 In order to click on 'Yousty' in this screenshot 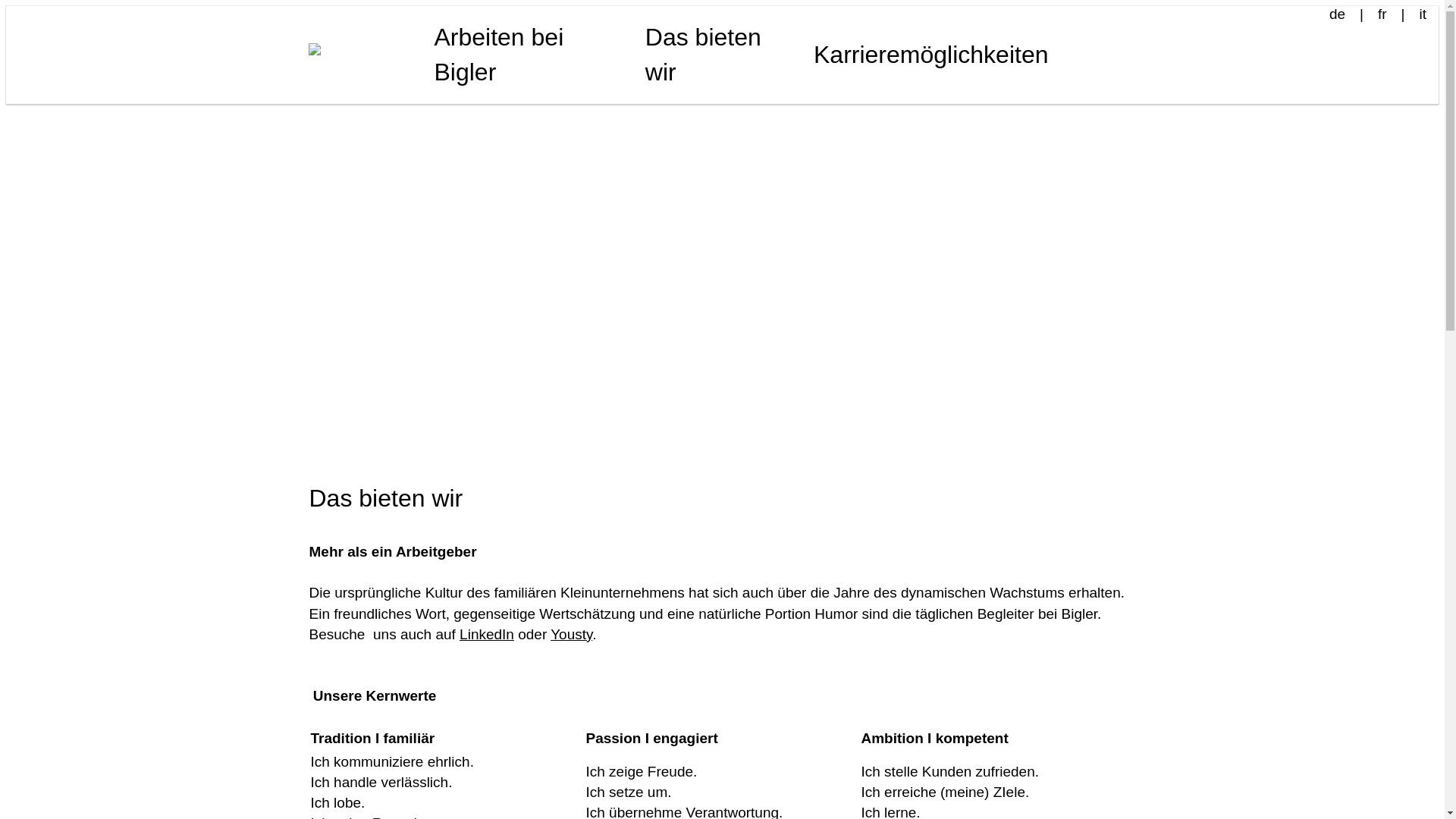, I will do `click(570, 634)`.